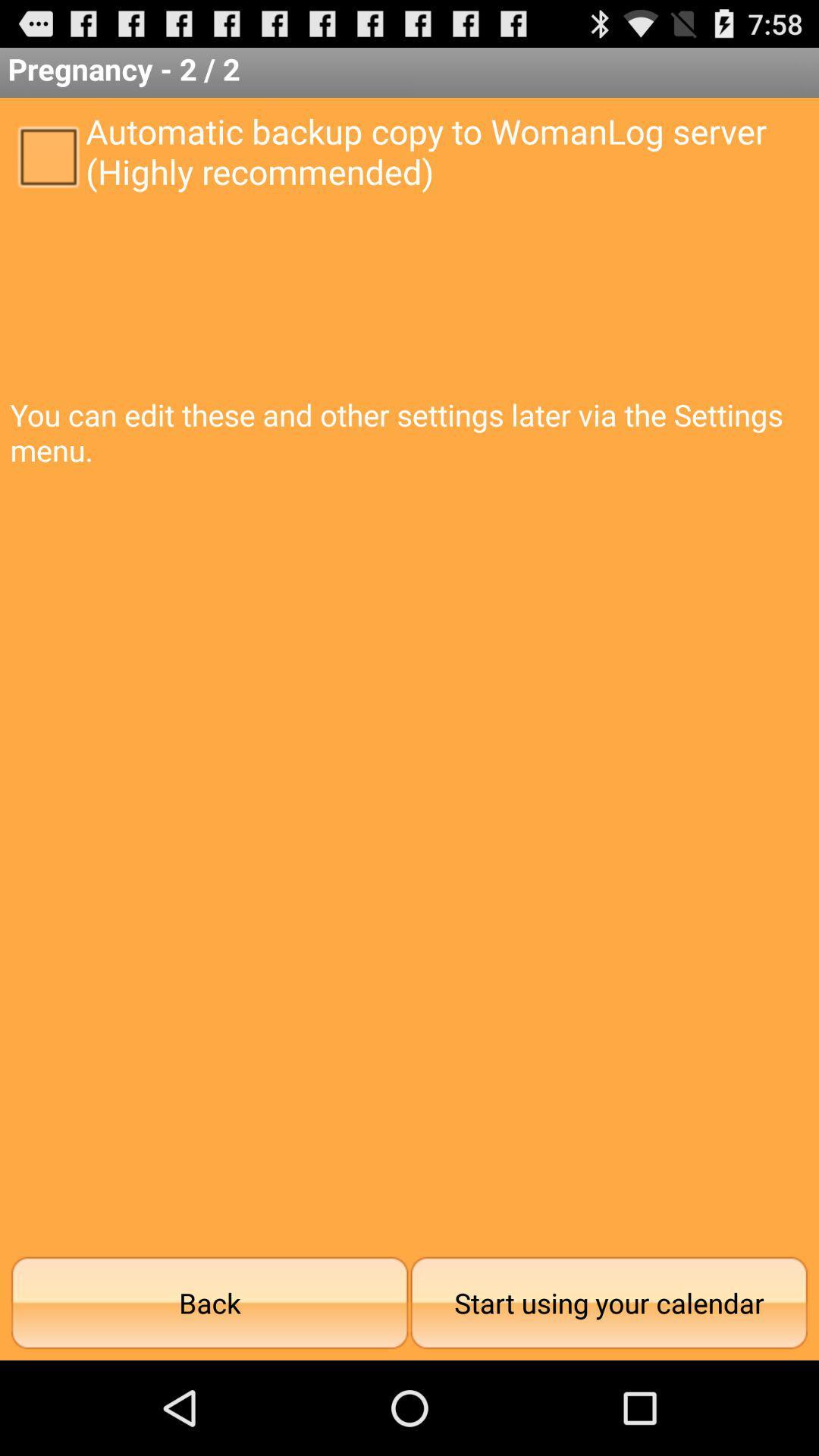 Image resolution: width=819 pixels, height=1456 pixels. What do you see at coordinates (47, 155) in the screenshot?
I see `the app above you can edit app` at bounding box center [47, 155].